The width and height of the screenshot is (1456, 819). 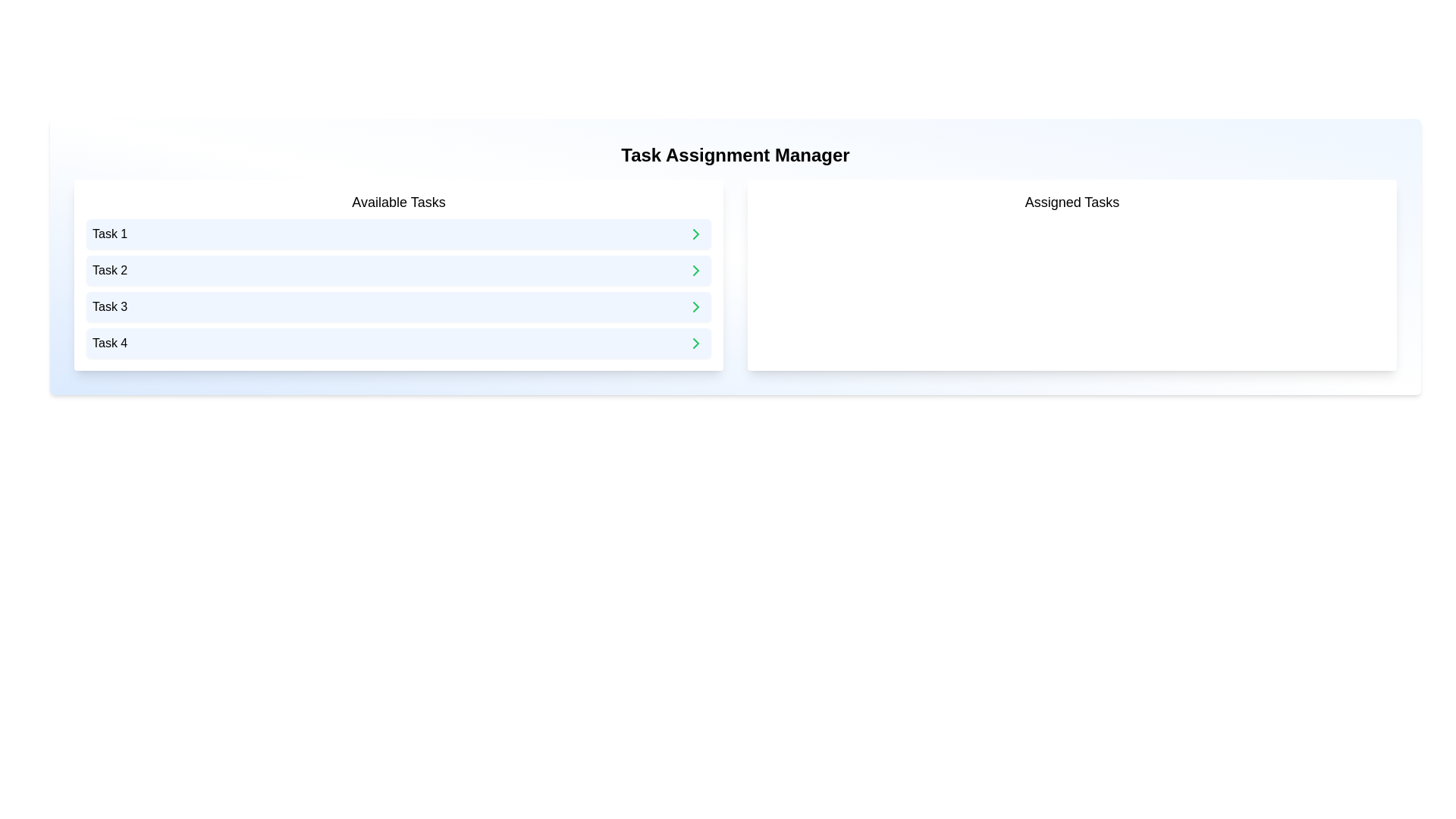 I want to click on arrow button next to Task 3 to assign it to the assigned list, so click(x=695, y=307).